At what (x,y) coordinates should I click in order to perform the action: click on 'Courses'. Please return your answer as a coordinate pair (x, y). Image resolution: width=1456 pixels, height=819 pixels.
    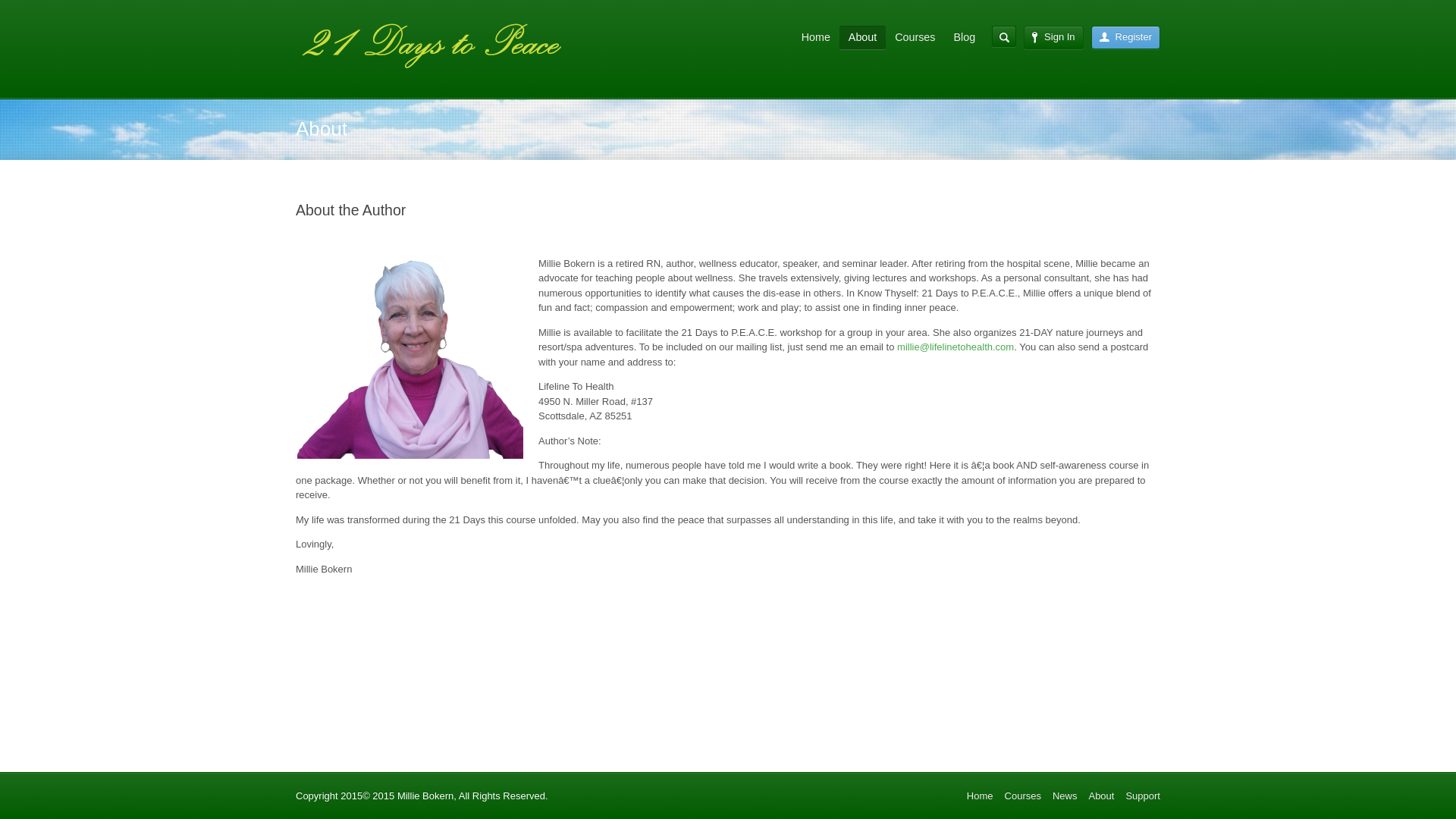
    Looking at the image, I should click on (914, 36).